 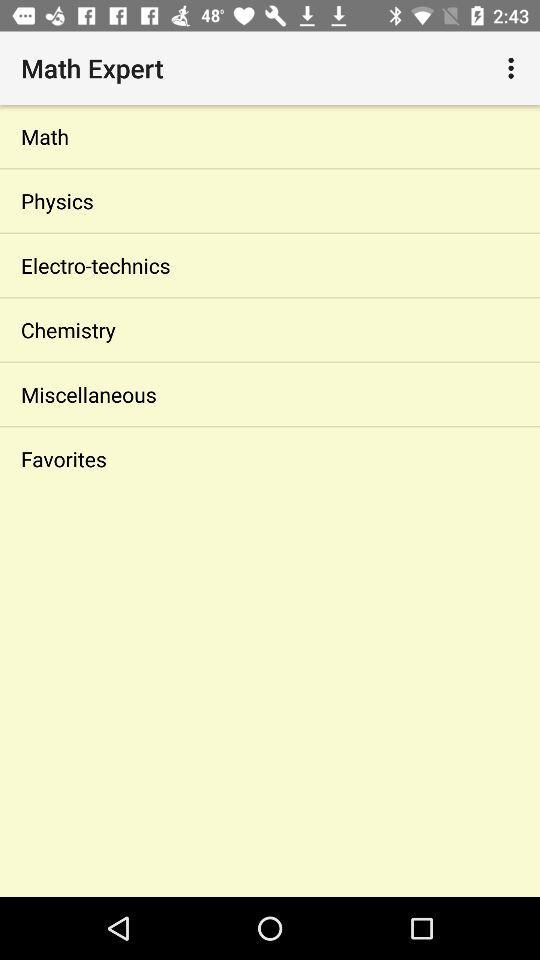 I want to click on item above miscellaneous app, so click(x=270, y=330).